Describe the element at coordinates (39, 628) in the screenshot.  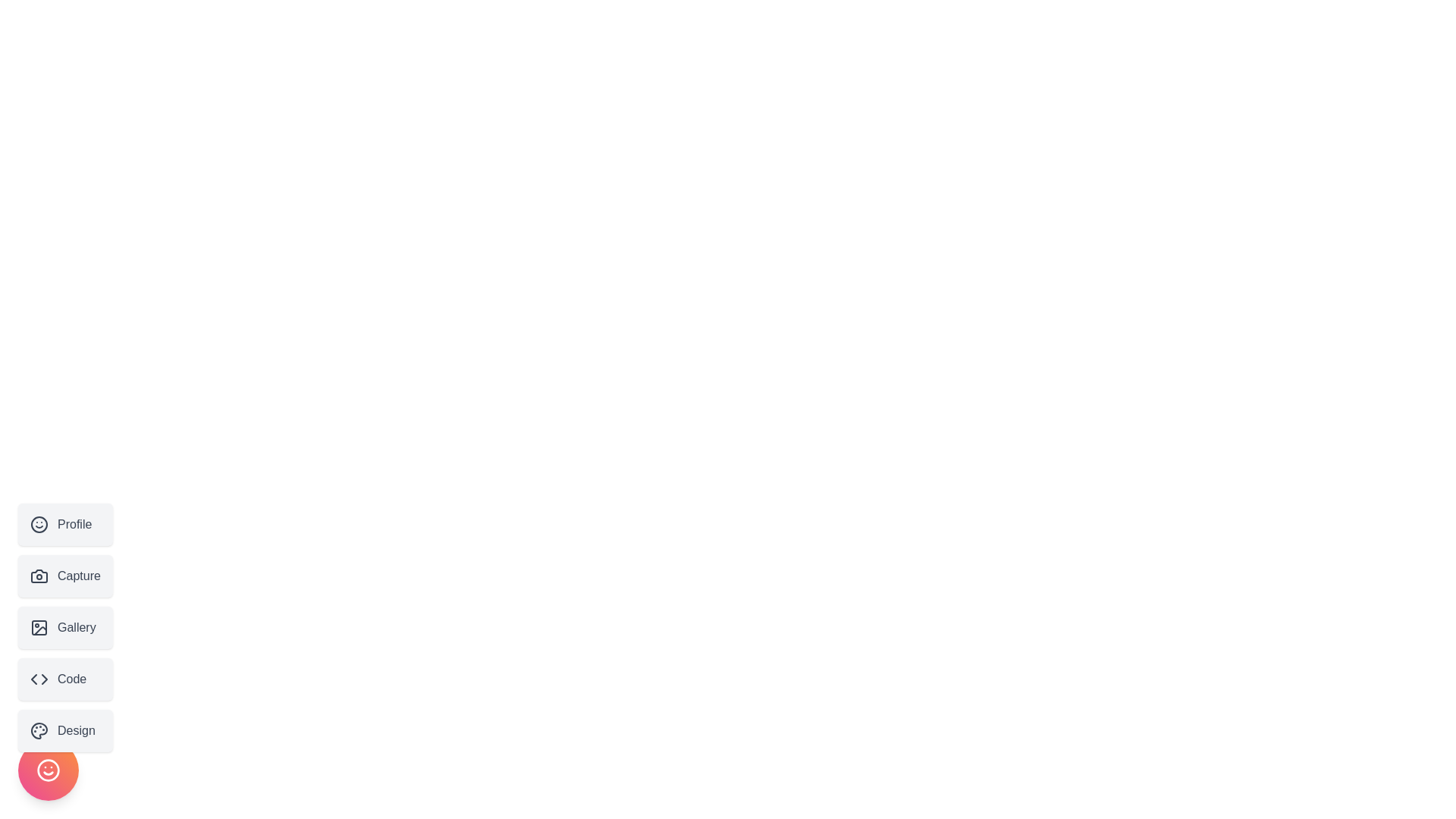
I see `the compact icon depicting a picture frame with a circle inside, which is positioned next to the label 'Gallery' in the vertical navigation menu` at that location.